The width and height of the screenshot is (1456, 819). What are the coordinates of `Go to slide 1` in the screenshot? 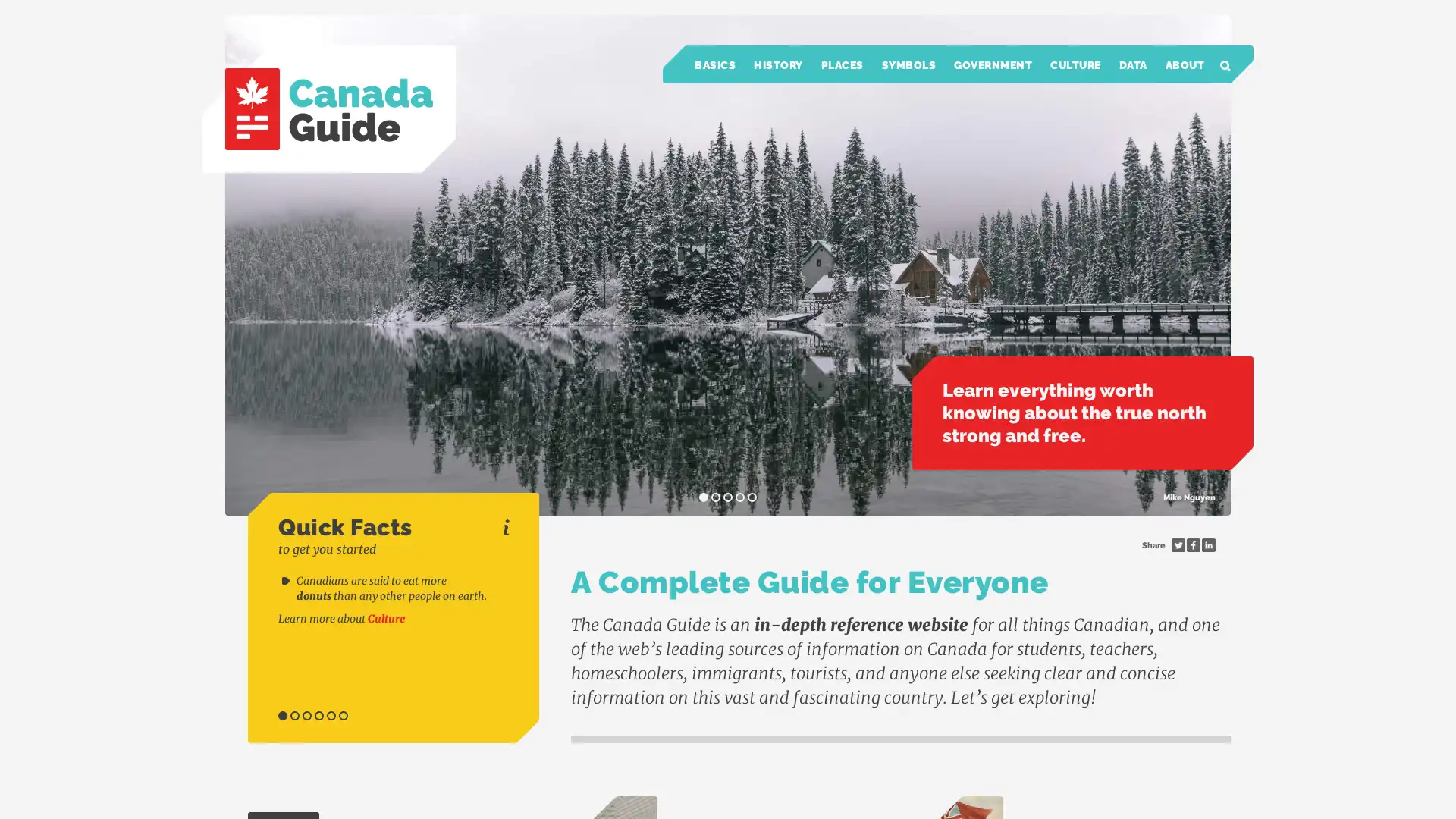 It's located at (283, 716).